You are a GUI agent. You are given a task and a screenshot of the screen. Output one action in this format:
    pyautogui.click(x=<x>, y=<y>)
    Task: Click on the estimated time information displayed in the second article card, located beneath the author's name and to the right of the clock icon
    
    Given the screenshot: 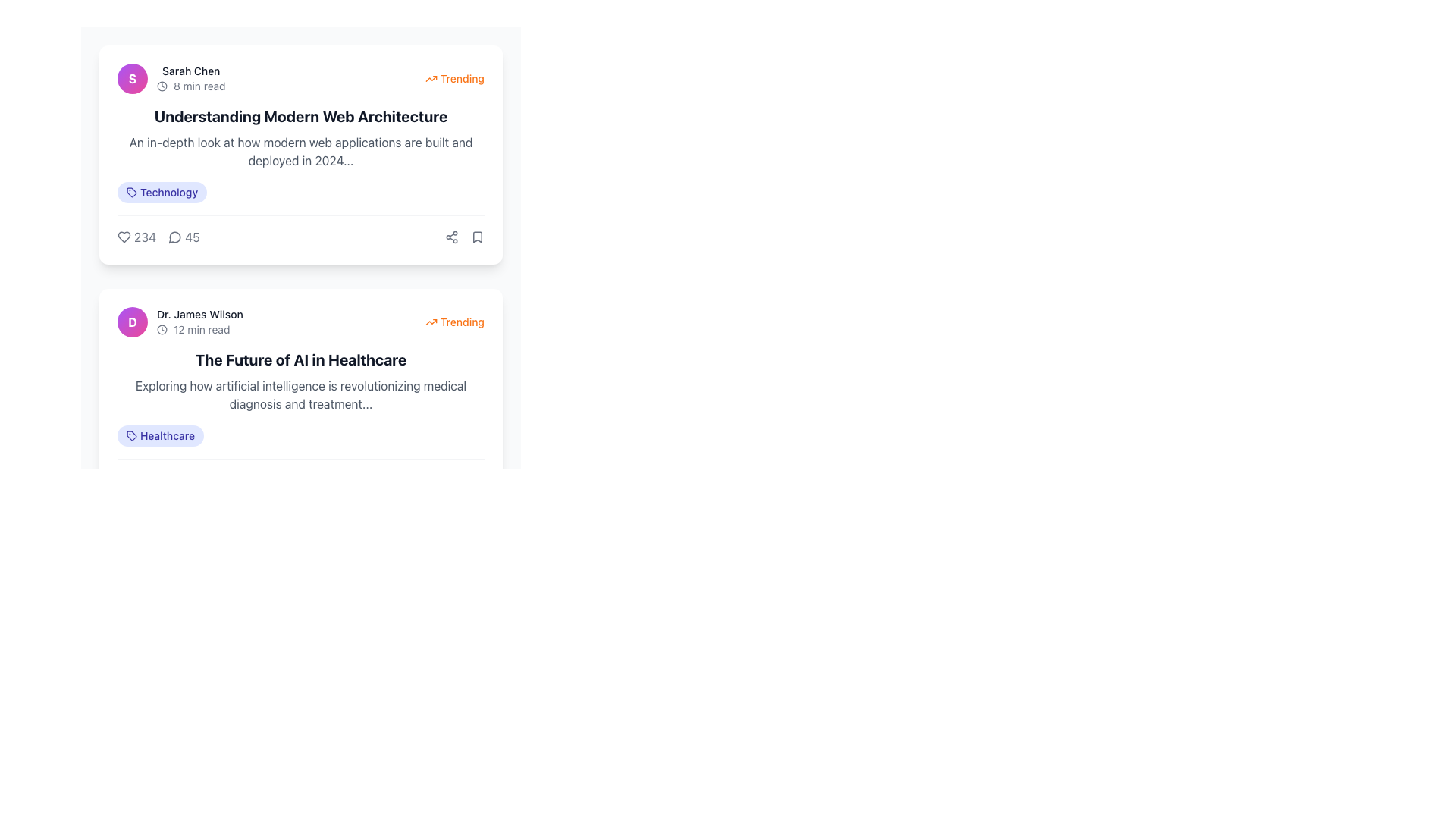 What is the action you would take?
    pyautogui.click(x=201, y=329)
    